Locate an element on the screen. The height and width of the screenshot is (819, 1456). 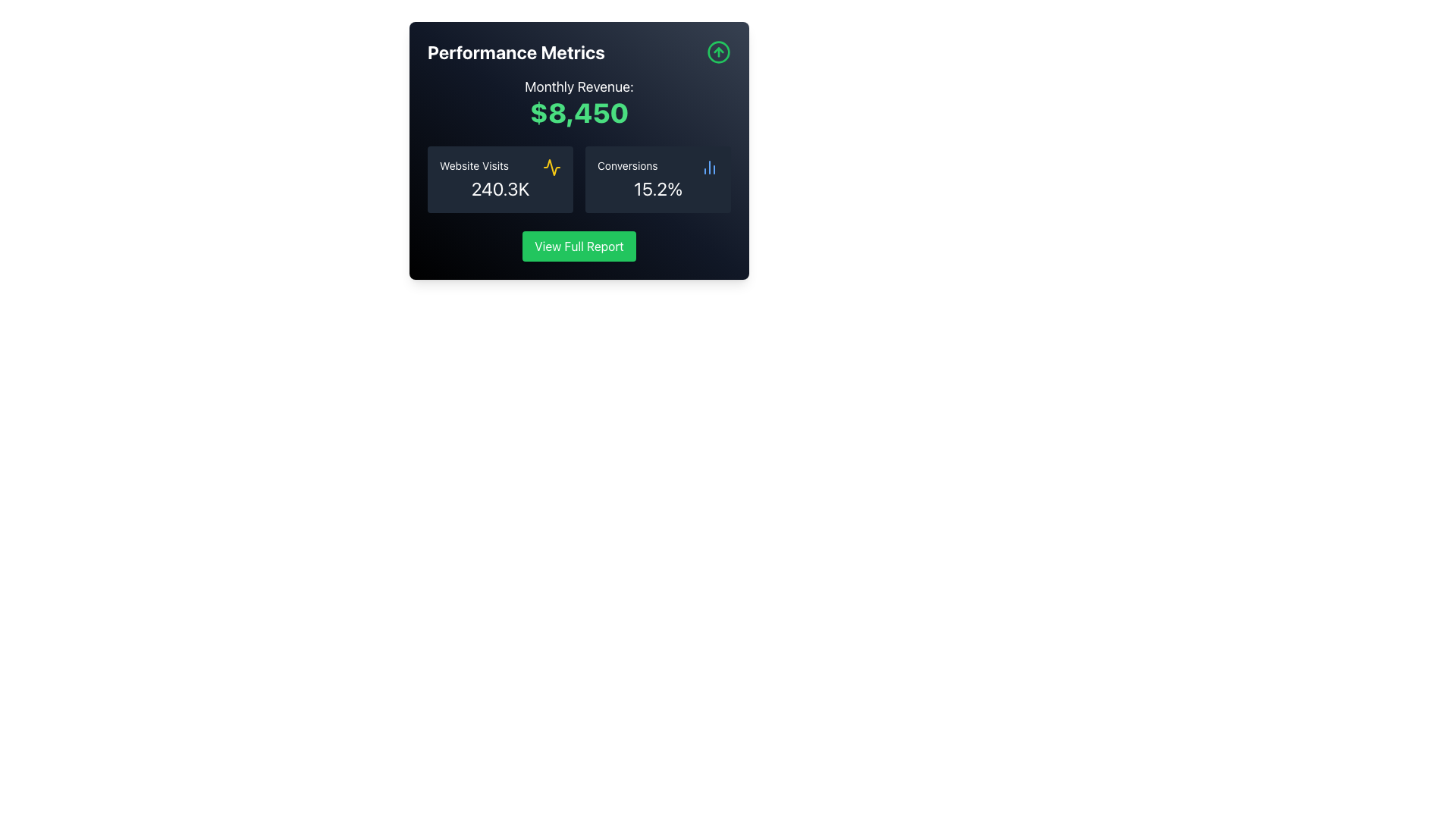
the 'Performance Metrics' element, which features bold white text and a green upward arrow icon on a dark gradient panel is located at coordinates (578, 52).